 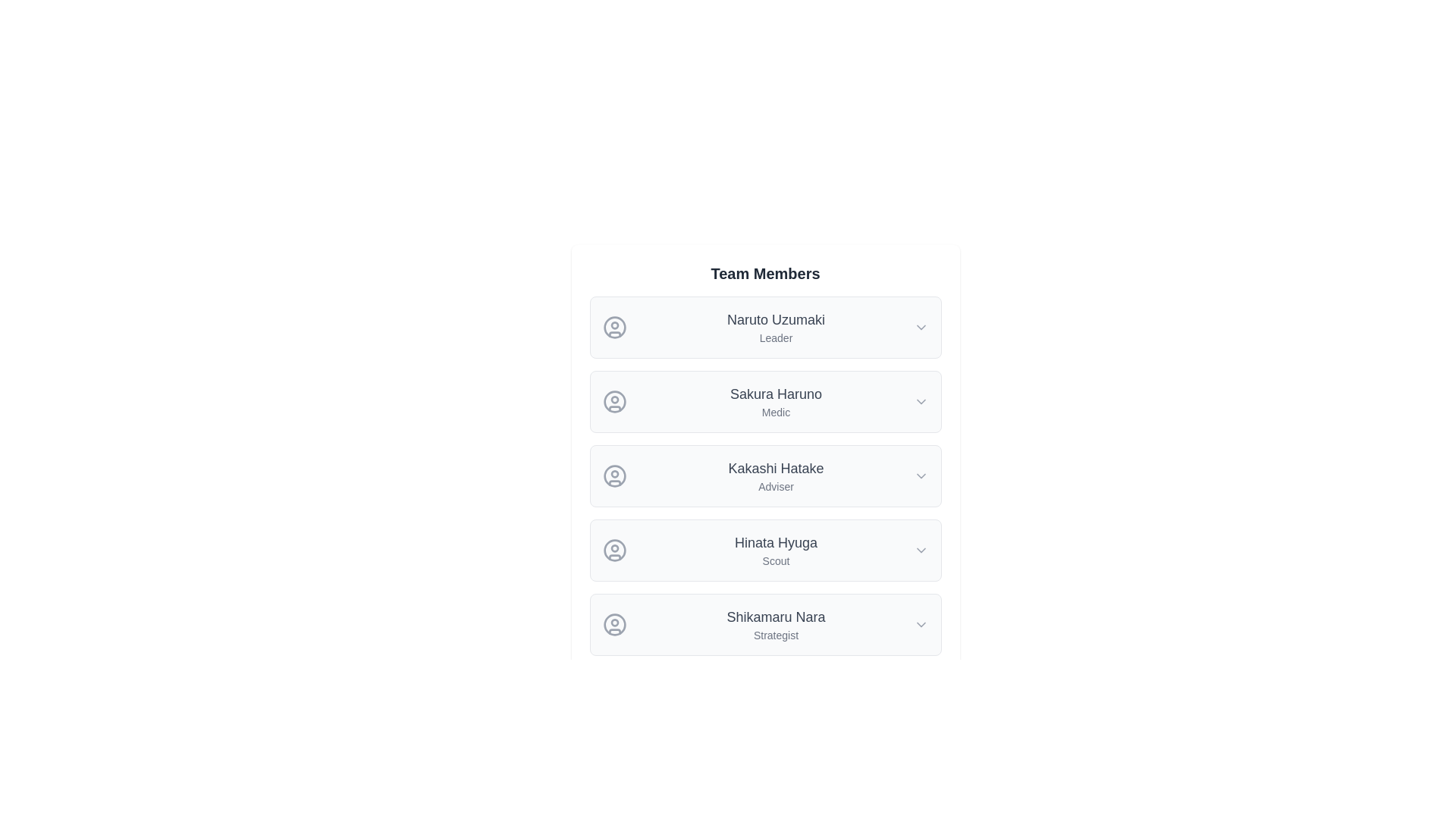 I want to click on the fifth user profile list item displaying user information, located below 'Hinata Hyuga', so click(x=765, y=625).